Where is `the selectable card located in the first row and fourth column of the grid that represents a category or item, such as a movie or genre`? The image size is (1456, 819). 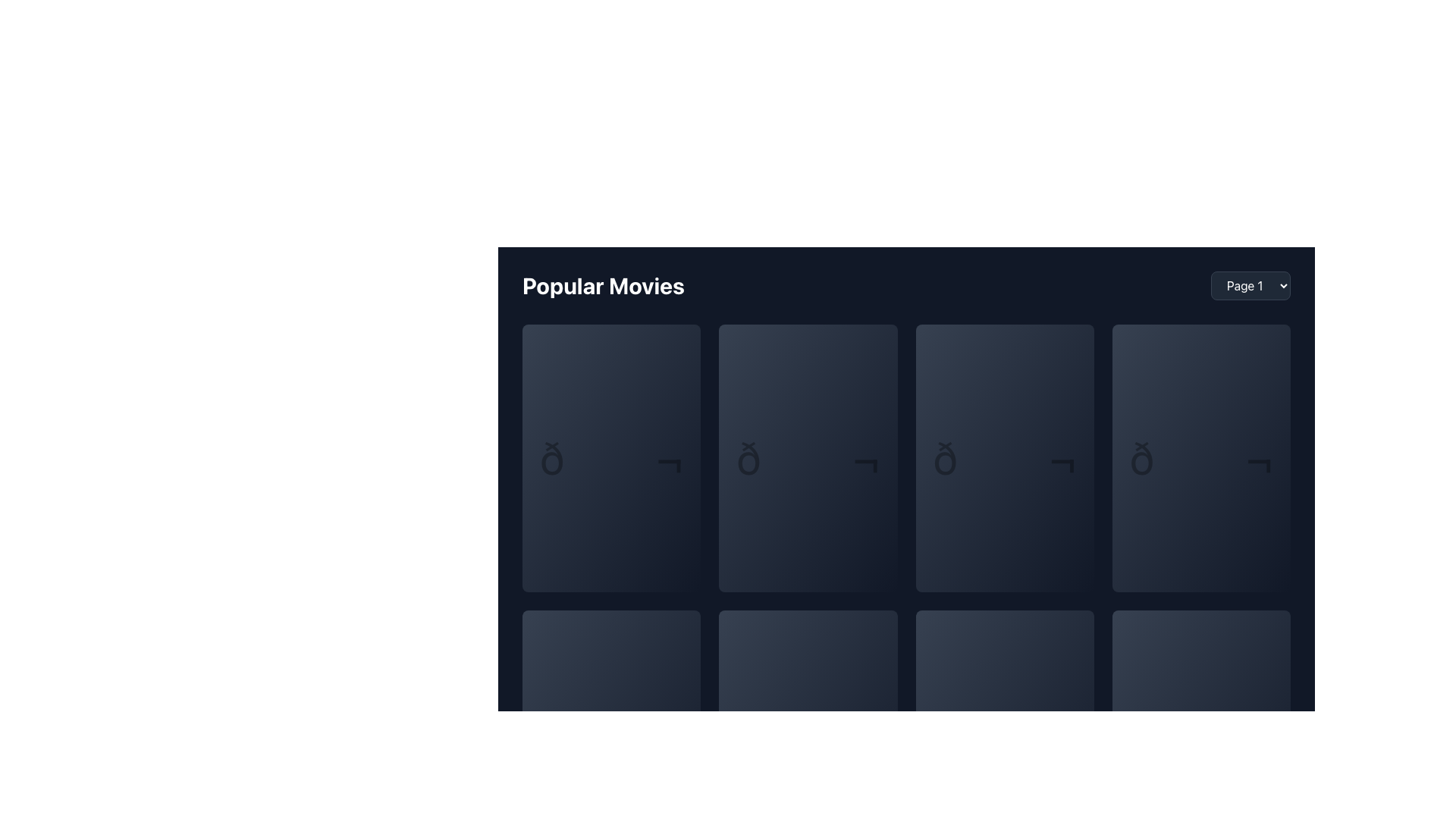
the selectable card located in the first row and fourth column of the grid that represents a category or item, such as a movie or genre is located at coordinates (1200, 457).